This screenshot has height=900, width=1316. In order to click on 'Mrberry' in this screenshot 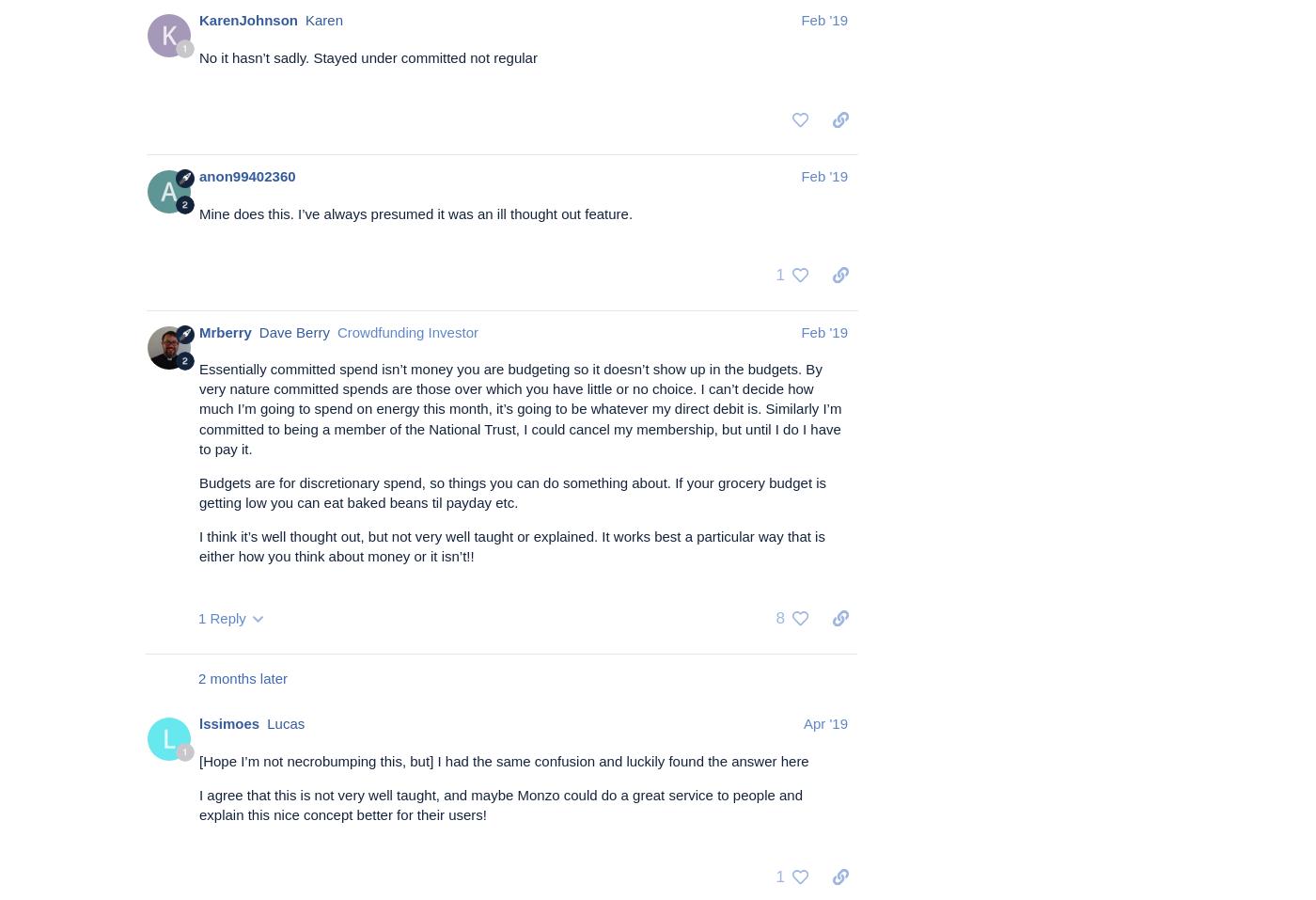, I will do `click(225, 331)`.